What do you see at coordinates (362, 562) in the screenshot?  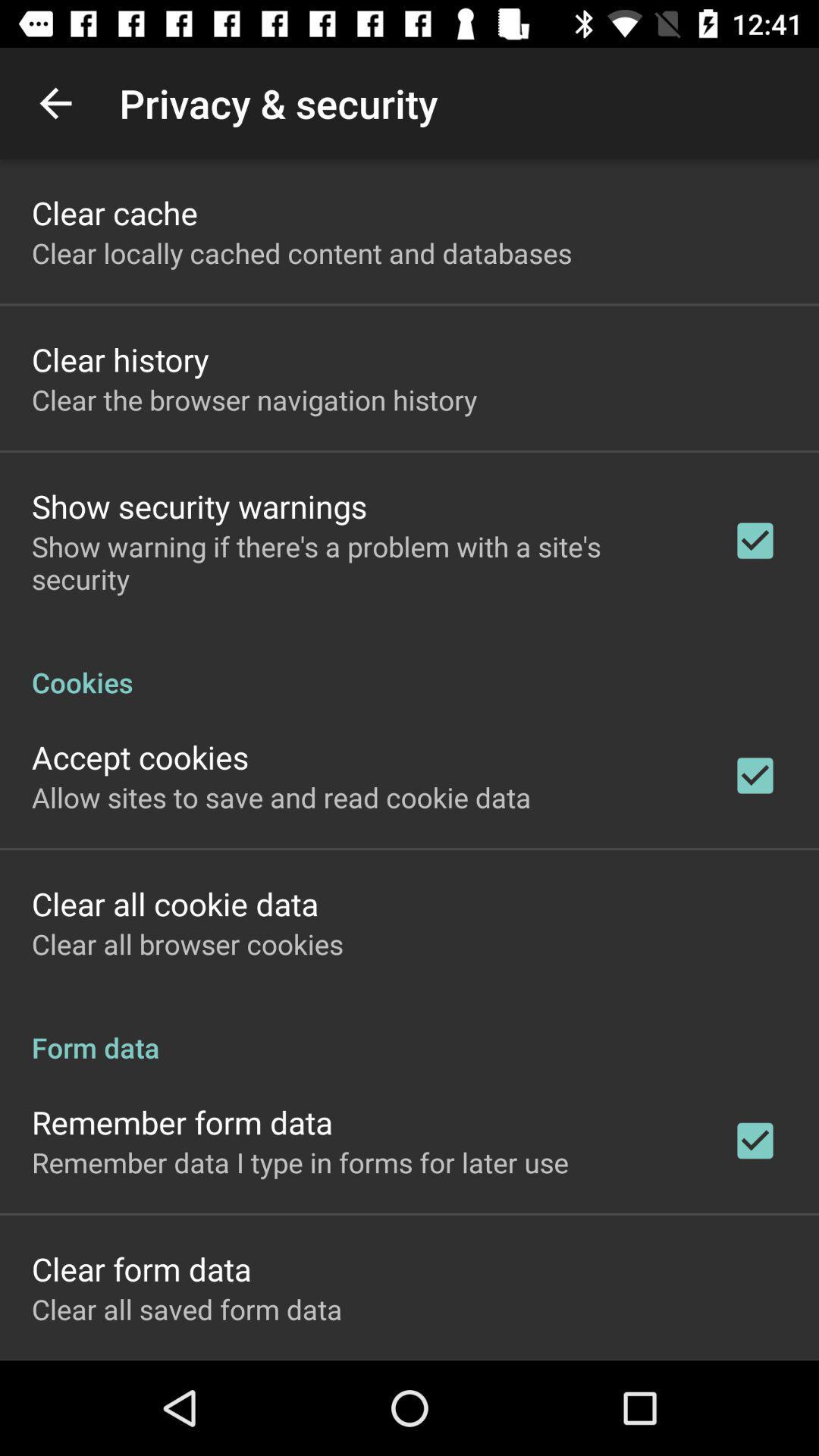 I see `show warning if icon` at bounding box center [362, 562].